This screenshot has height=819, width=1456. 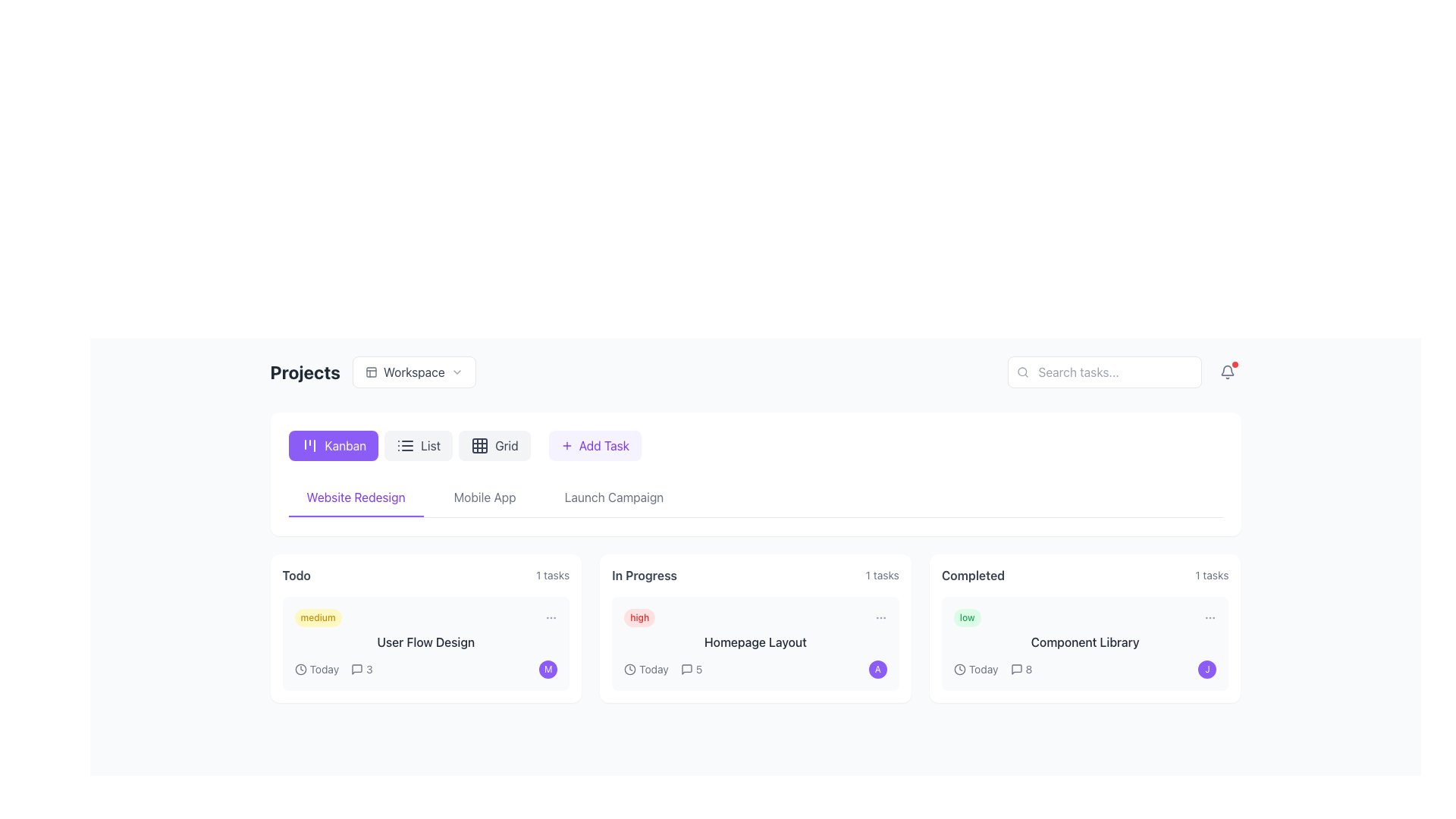 What do you see at coordinates (361, 669) in the screenshot?
I see `the inline text displaying the number of comments associated with the 'User Flow Design' task in the 'Todo' column` at bounding box center [361, 669].